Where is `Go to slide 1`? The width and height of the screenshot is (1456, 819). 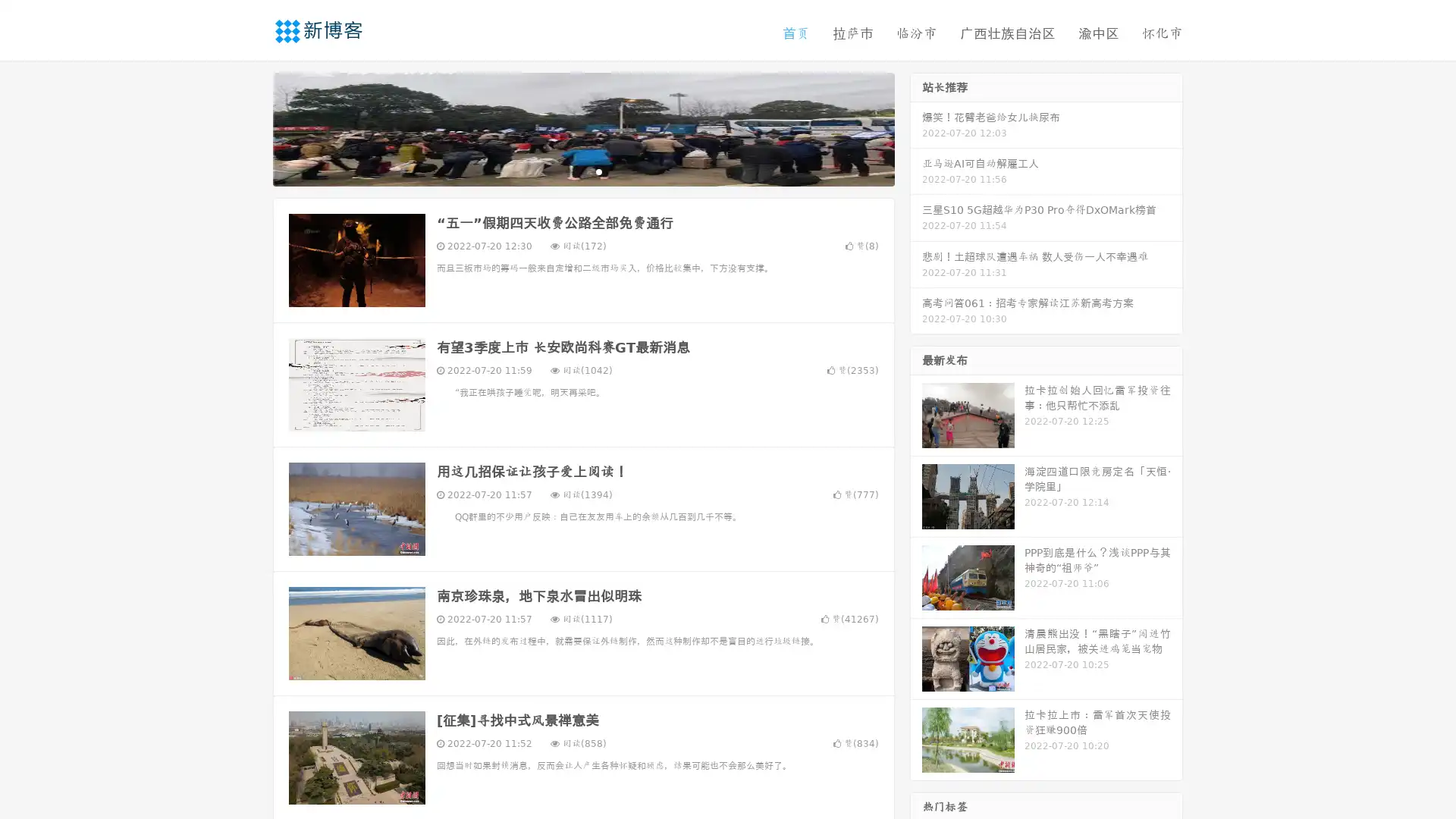 Go to slide 1 is located at coordinates (567, 171).